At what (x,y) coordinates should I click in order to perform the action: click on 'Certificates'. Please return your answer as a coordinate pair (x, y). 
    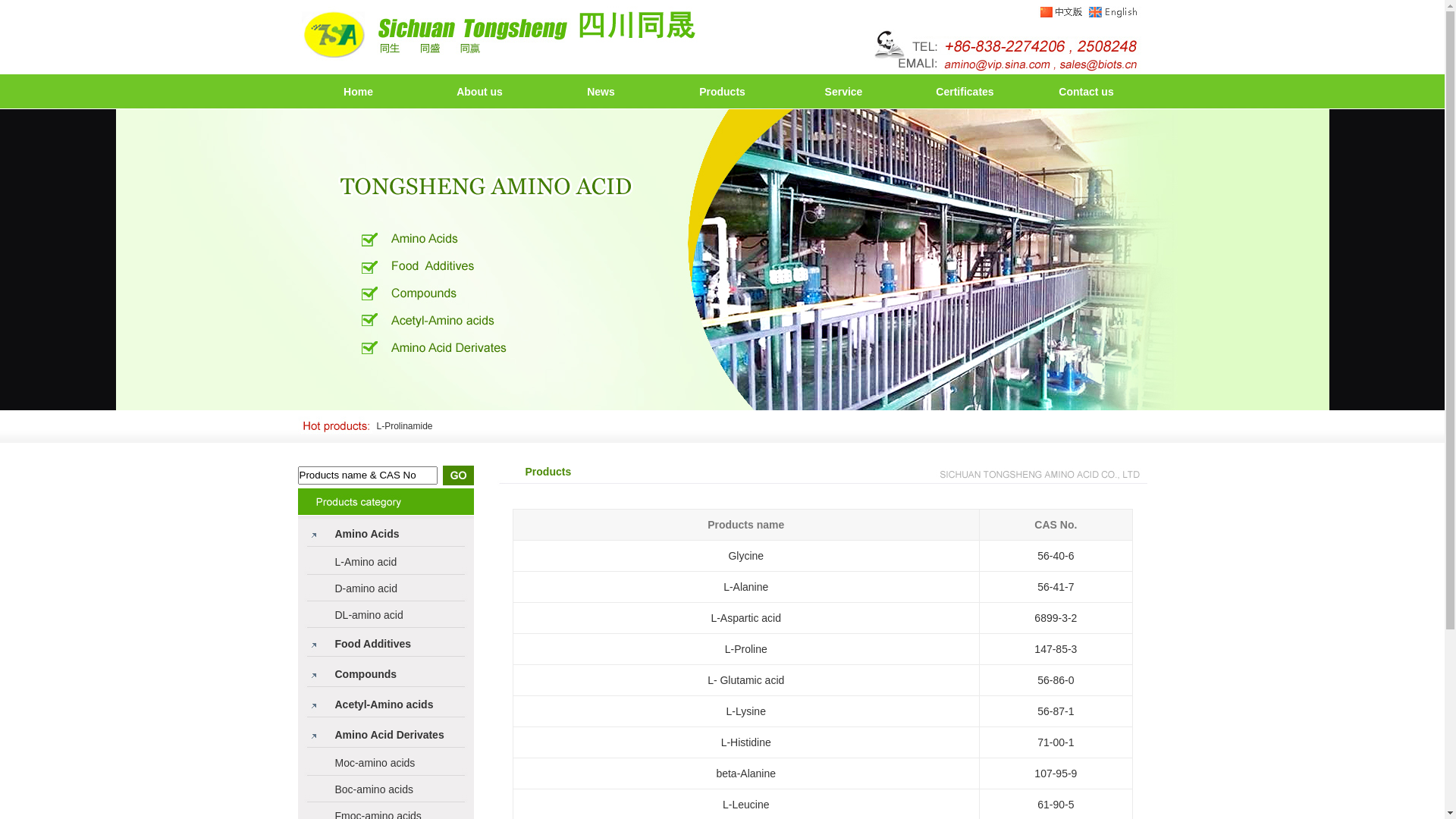
    Looking at the image, I should click on (964, 91).